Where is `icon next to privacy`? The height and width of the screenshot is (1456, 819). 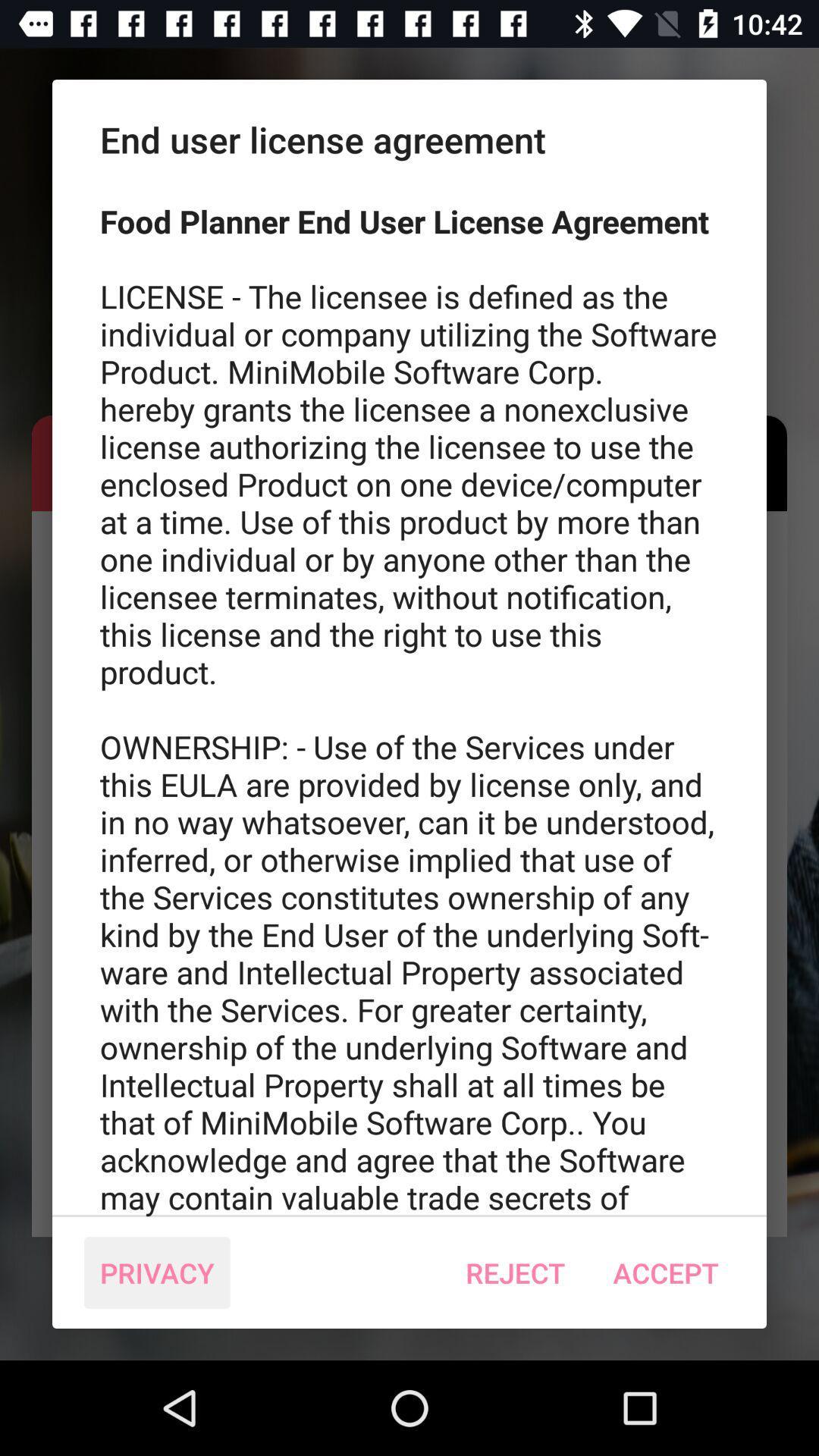 icon next to privacy is located at coordinates (514, 1272).